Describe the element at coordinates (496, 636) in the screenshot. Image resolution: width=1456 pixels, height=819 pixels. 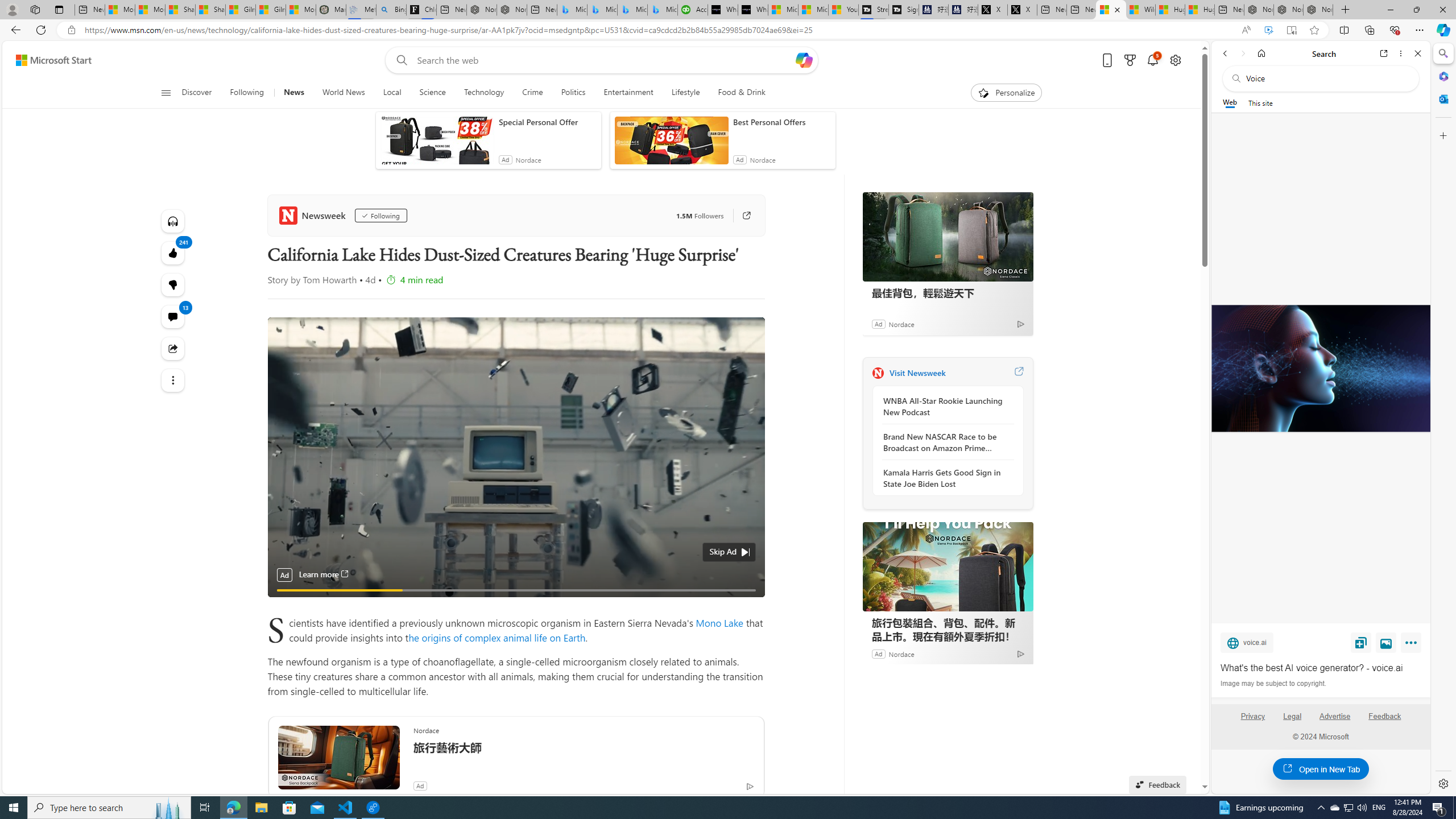
I see `'he origins of complex animal life on Earth'` at that location.